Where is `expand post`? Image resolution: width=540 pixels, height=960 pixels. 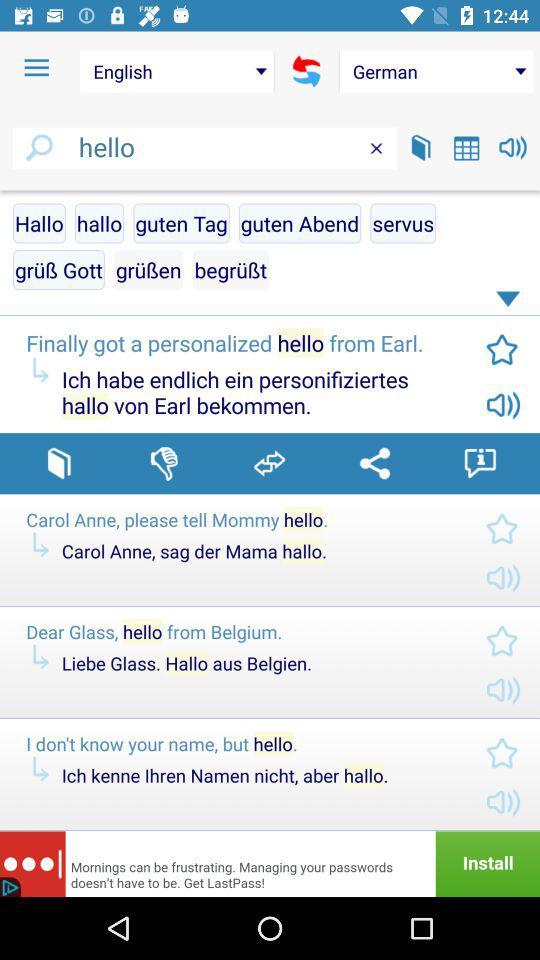 expand post is located at coordinates (511, 303).